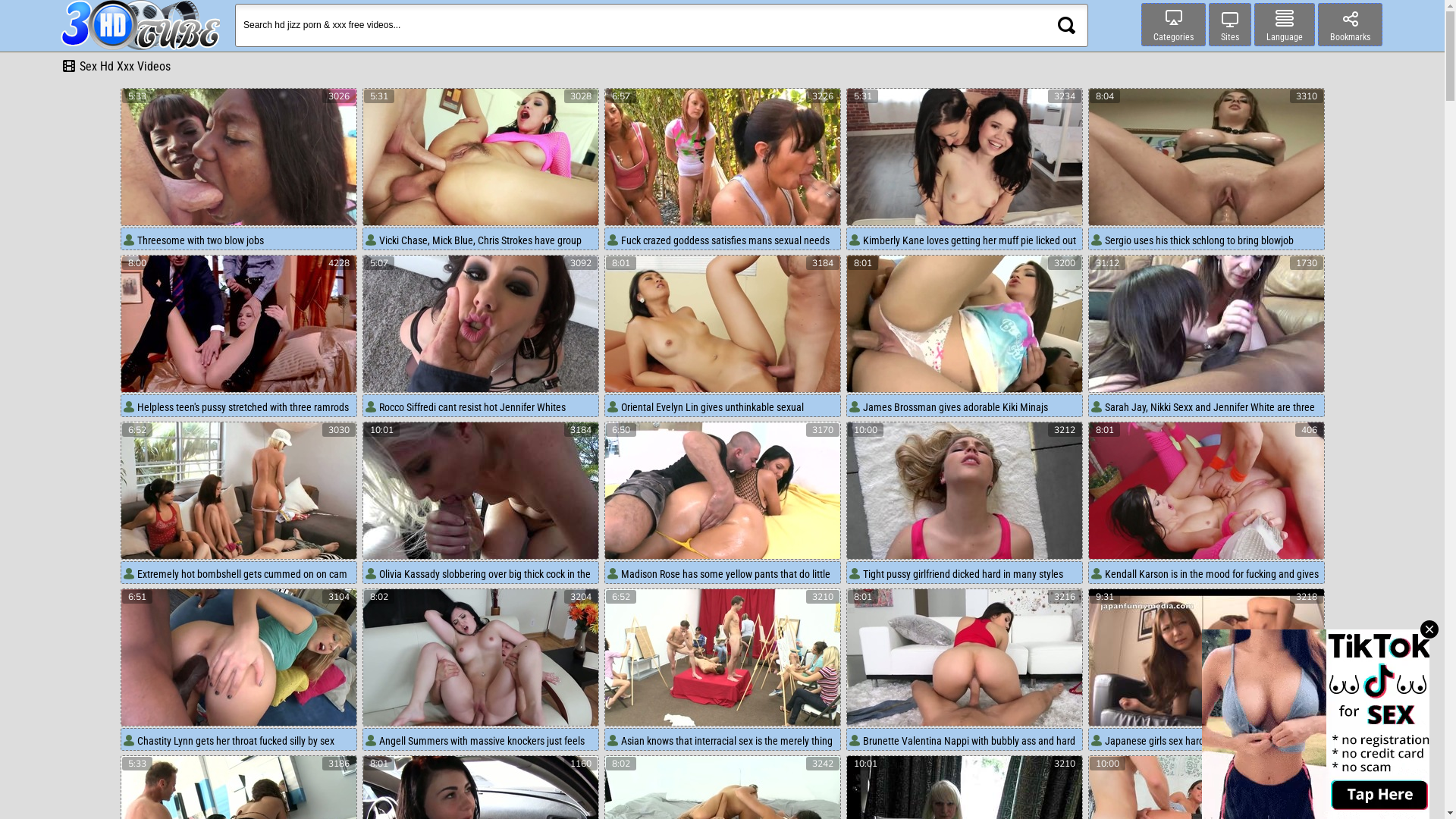 The width and height of the screenshot is (1456, 819). I want to click on 'Language', so click(1284, 24).